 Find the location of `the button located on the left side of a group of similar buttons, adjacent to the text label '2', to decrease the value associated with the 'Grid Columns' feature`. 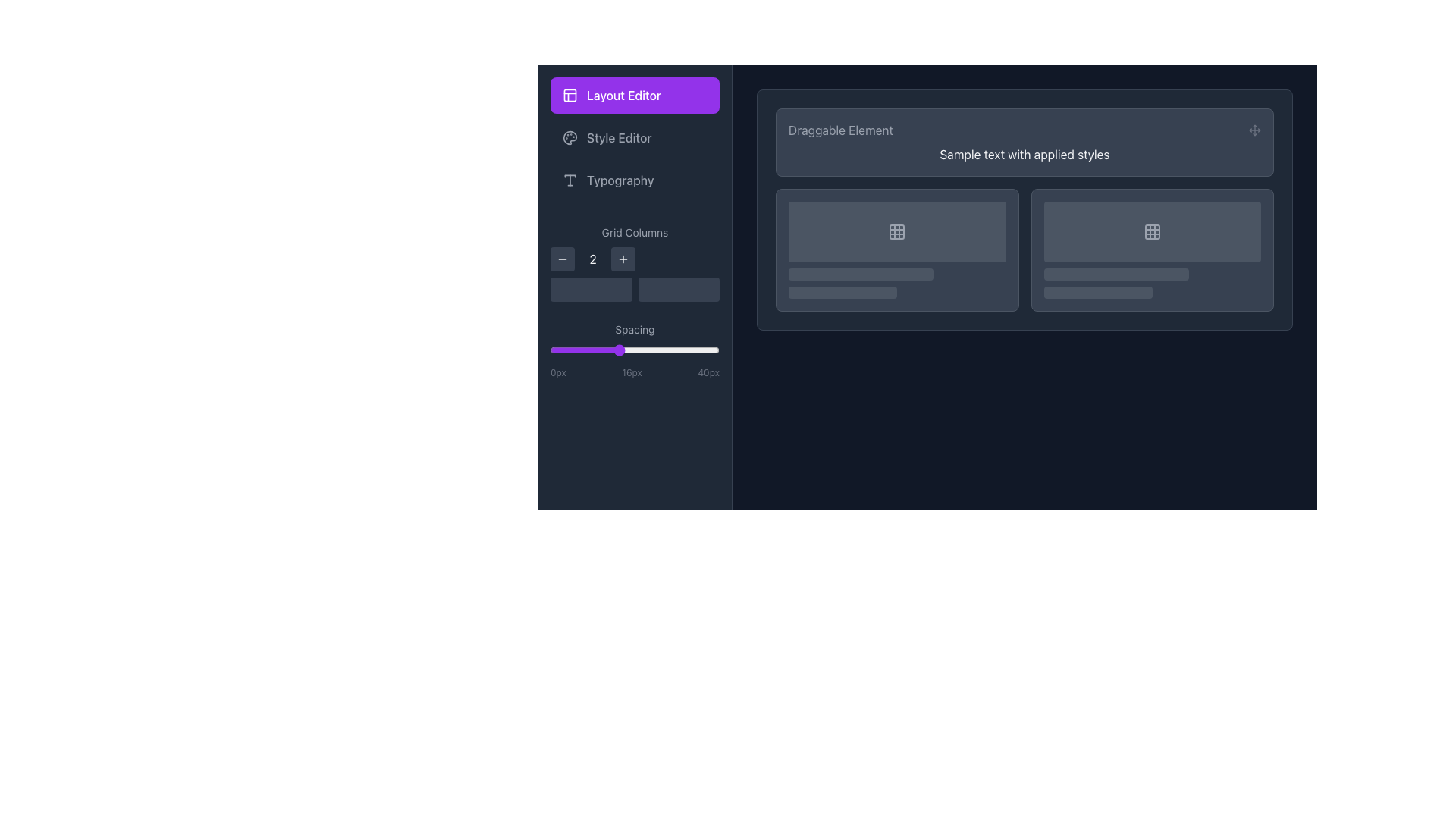

the button located on the left side of a group of similar buttons, adjacent to the text label '2', to decrease the value associated with the 'Grid Columns' feature is located at coordinates (562, 259).